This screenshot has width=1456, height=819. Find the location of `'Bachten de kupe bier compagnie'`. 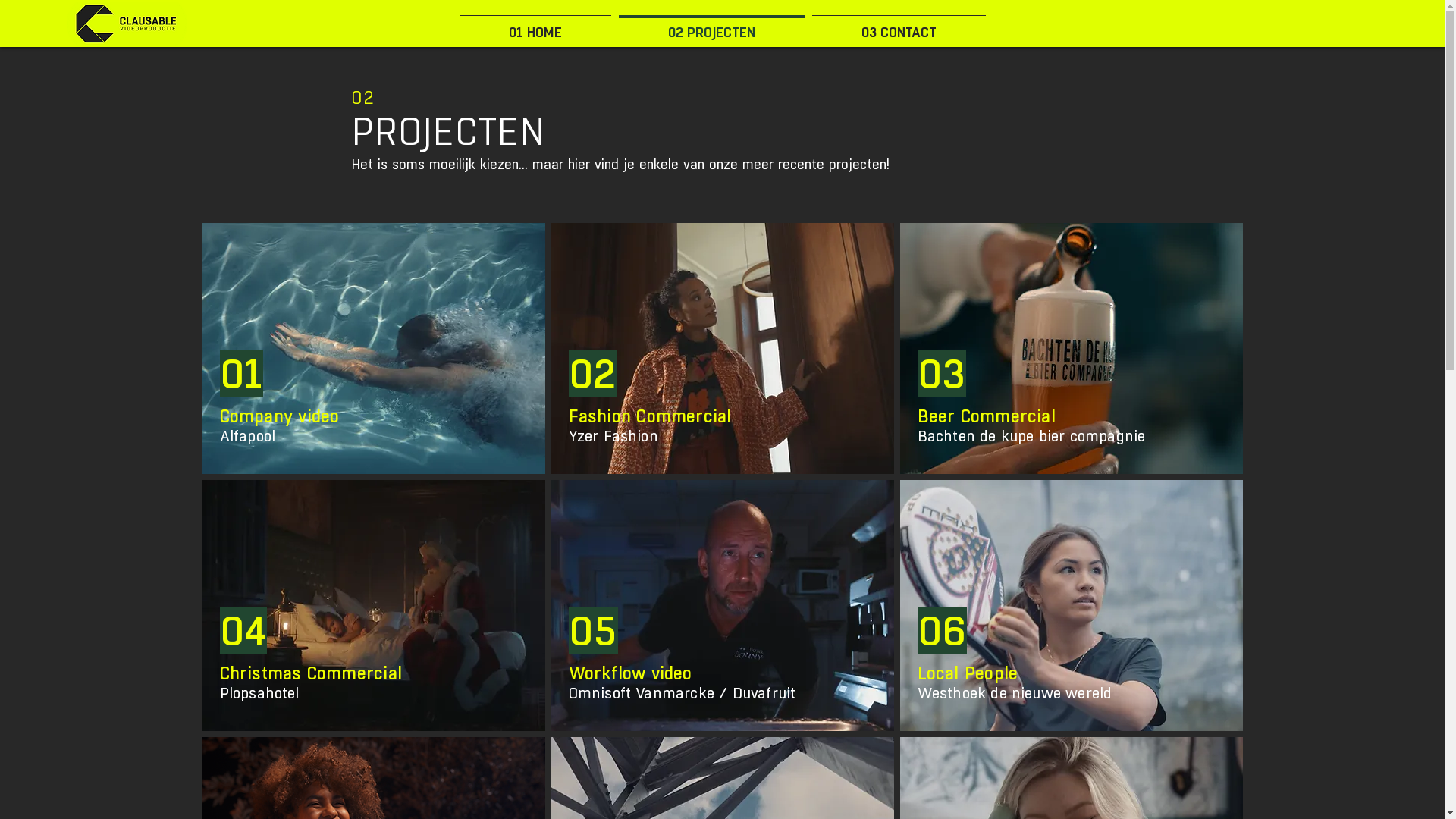

'Bachten de kupe bier compagnie' is located at coordinates (1031, 436).